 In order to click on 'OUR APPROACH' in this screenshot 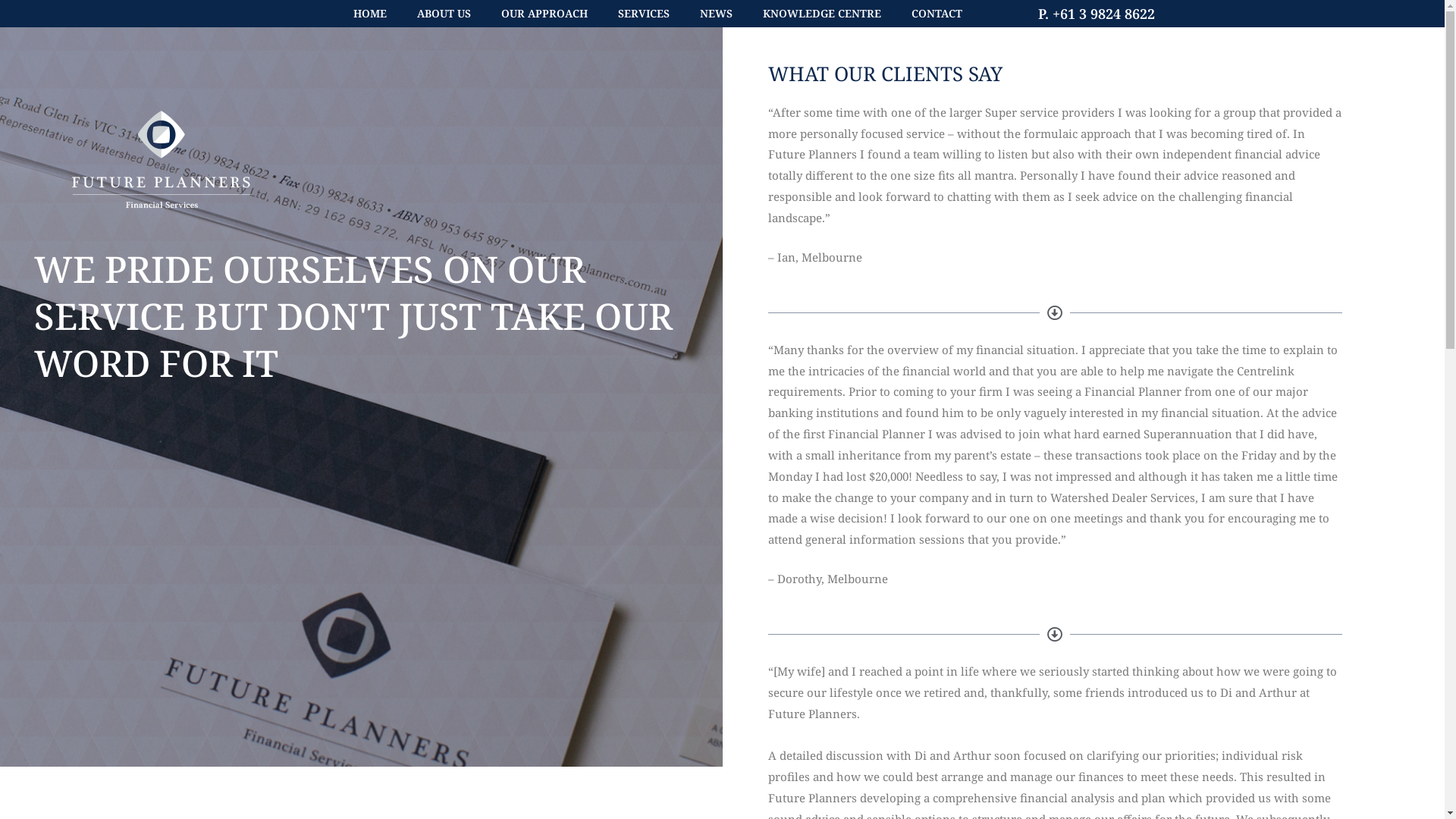, I will do `click(543, 14)`.